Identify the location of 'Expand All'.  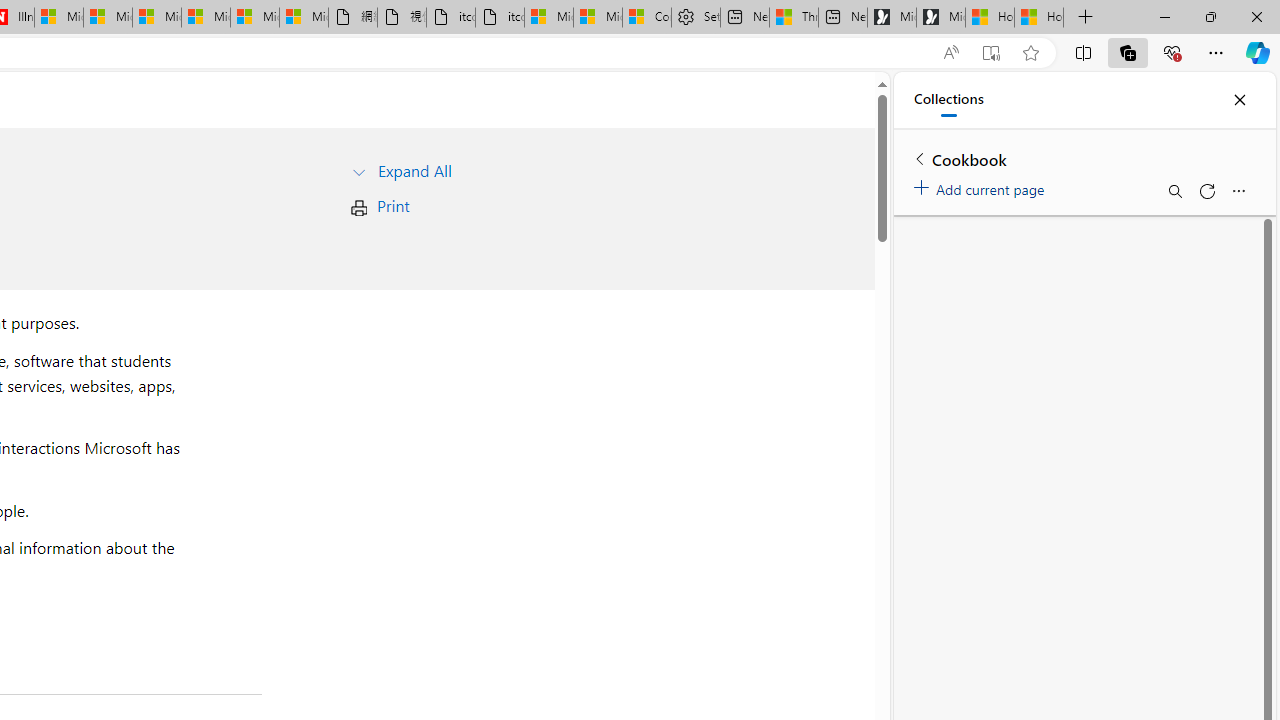
(413, 169).